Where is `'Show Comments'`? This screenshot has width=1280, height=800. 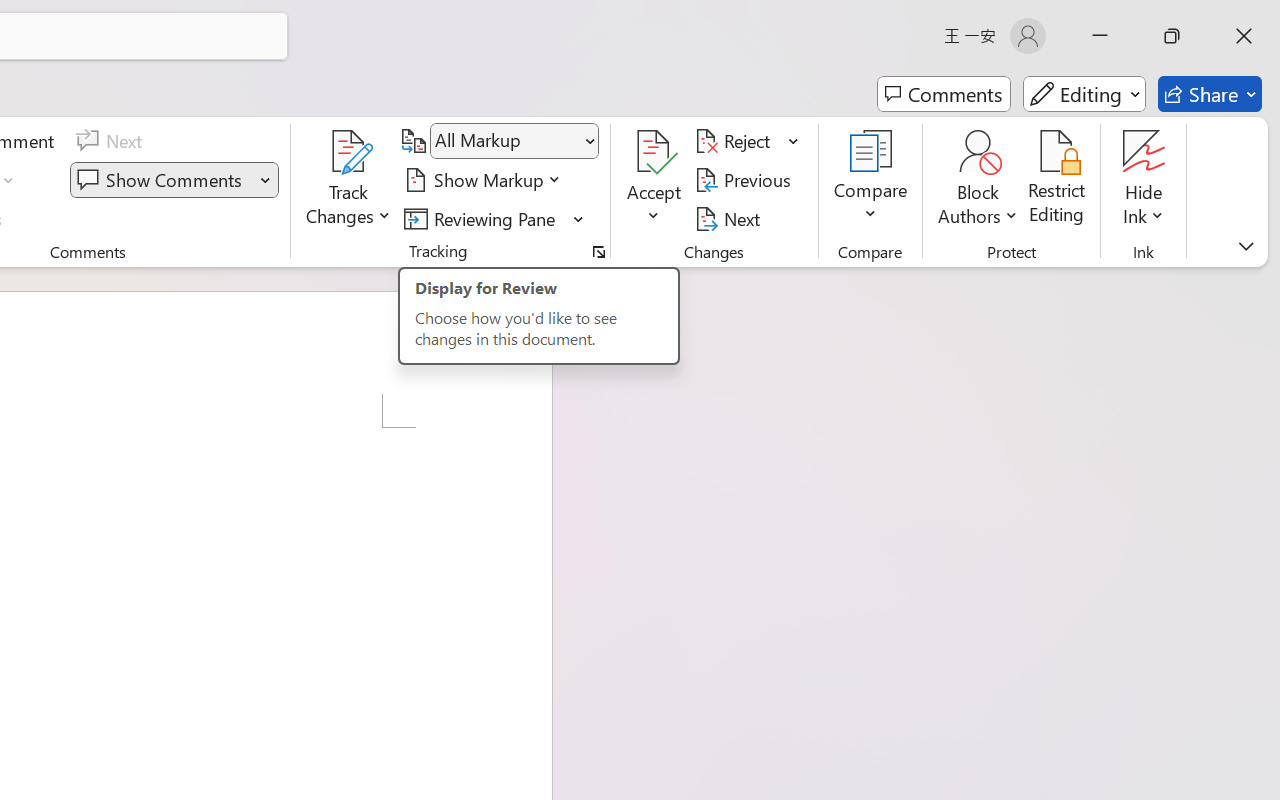 'Show Comments' is located at coordinates (174, 179).